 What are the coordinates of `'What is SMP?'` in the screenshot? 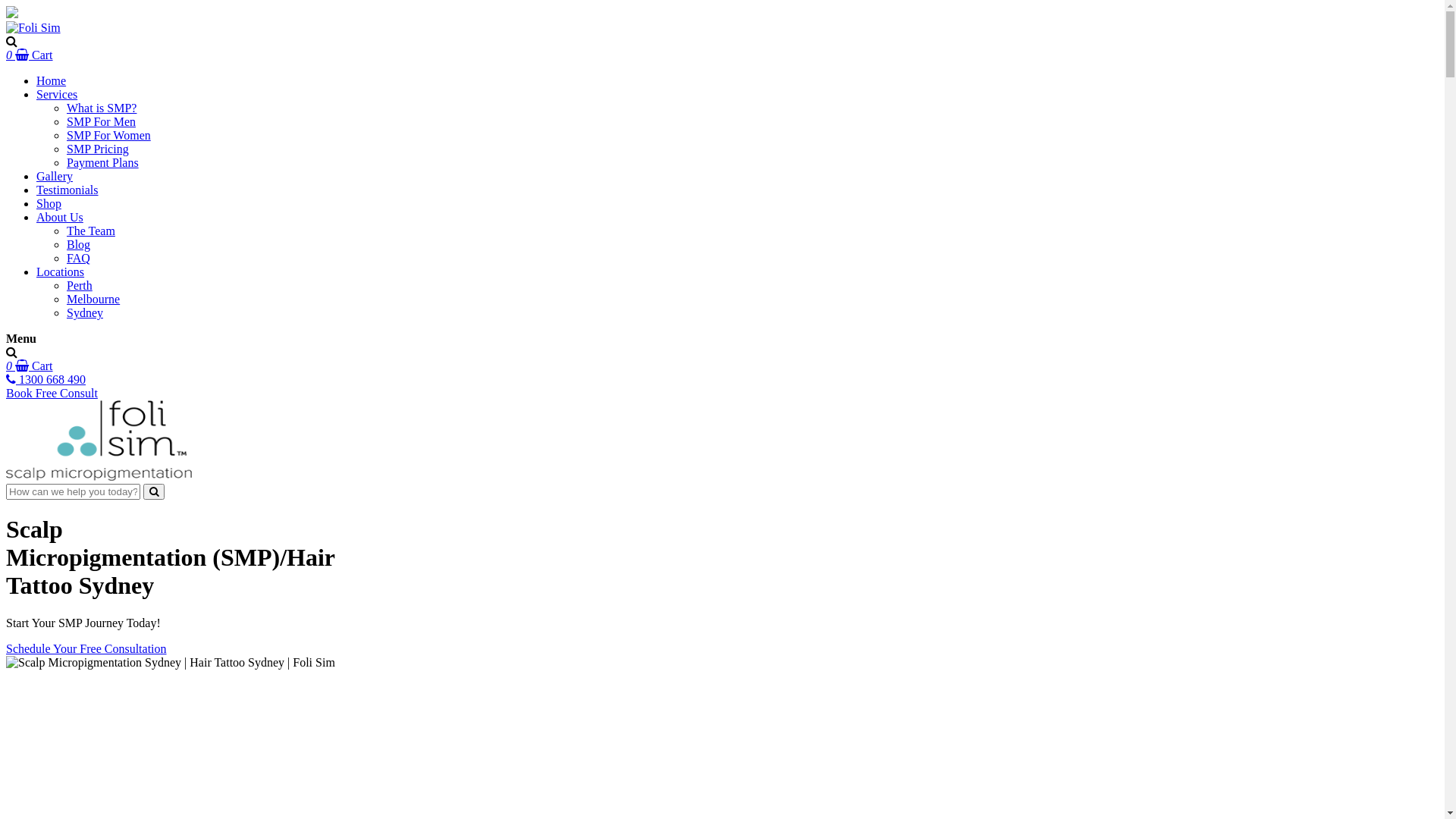 It's located at (101, 107).